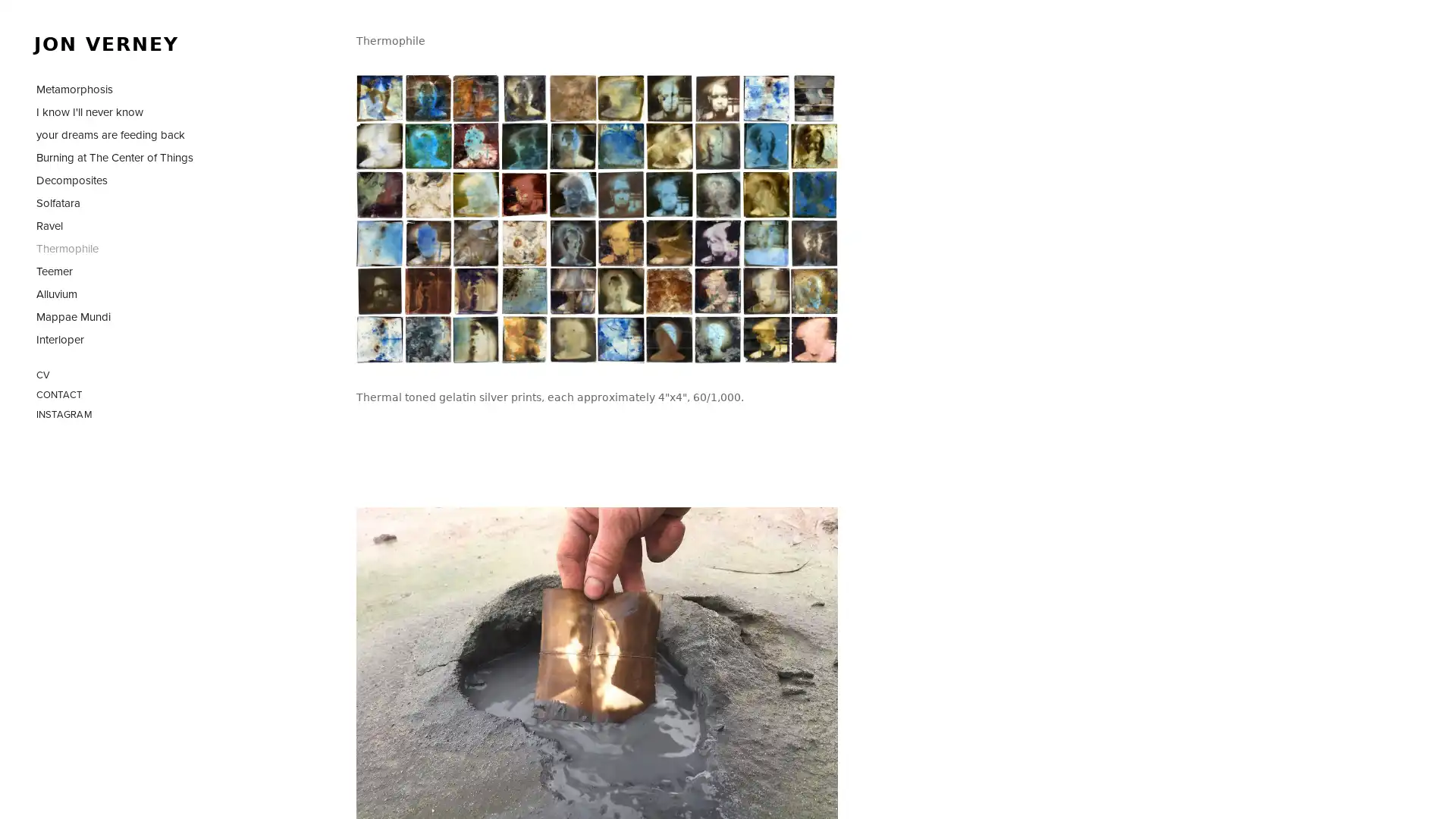 Image resolution: width=1456 pixels, height=819 pixels. Describe the element at coordinates (571, 146) in the screenshot. I see `View fullsize jon_verney_thermophile_21.jpg` at that location.